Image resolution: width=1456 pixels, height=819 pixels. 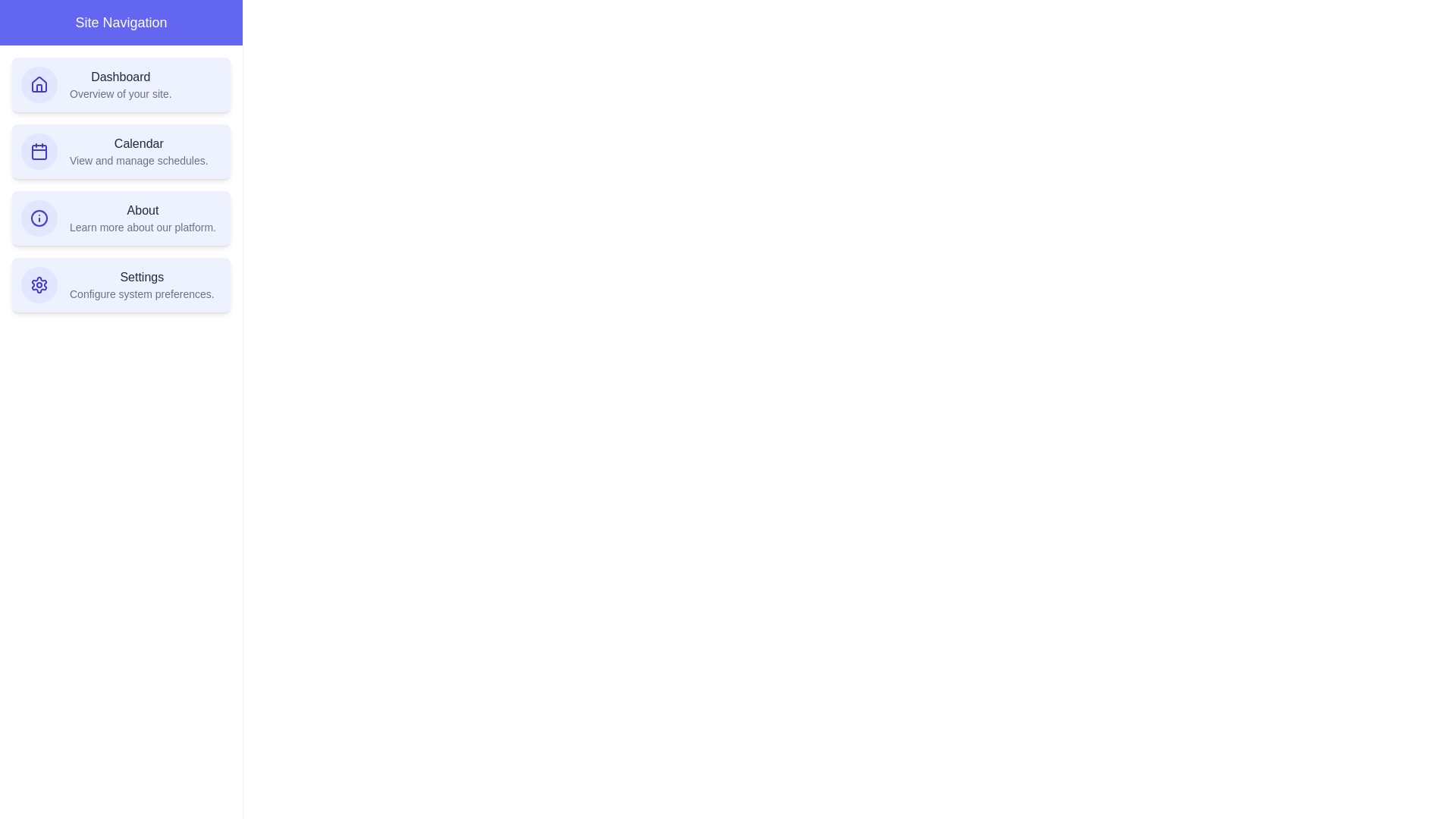 What do you see at coordinates (30, 30) in the screenshot?
I see `the top-left button to toggle the visibility of the drawer` at bounding box center [30, 30].